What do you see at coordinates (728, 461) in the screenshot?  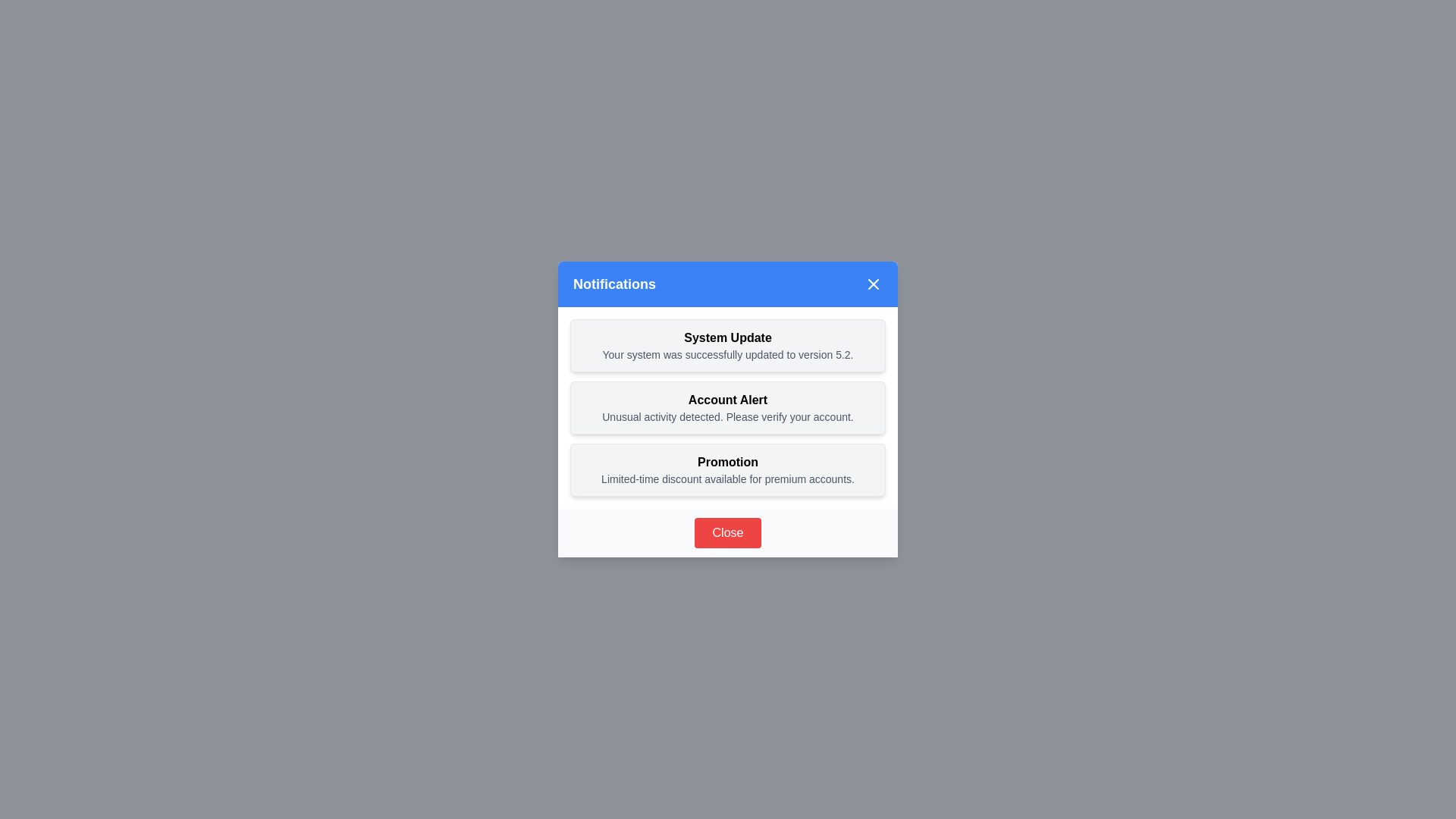 I see `the text label displaying the word 'Promotion', which is styled in a bold font and is positioned within a notification card at the center of the interface` at bounding box center [728, 461].